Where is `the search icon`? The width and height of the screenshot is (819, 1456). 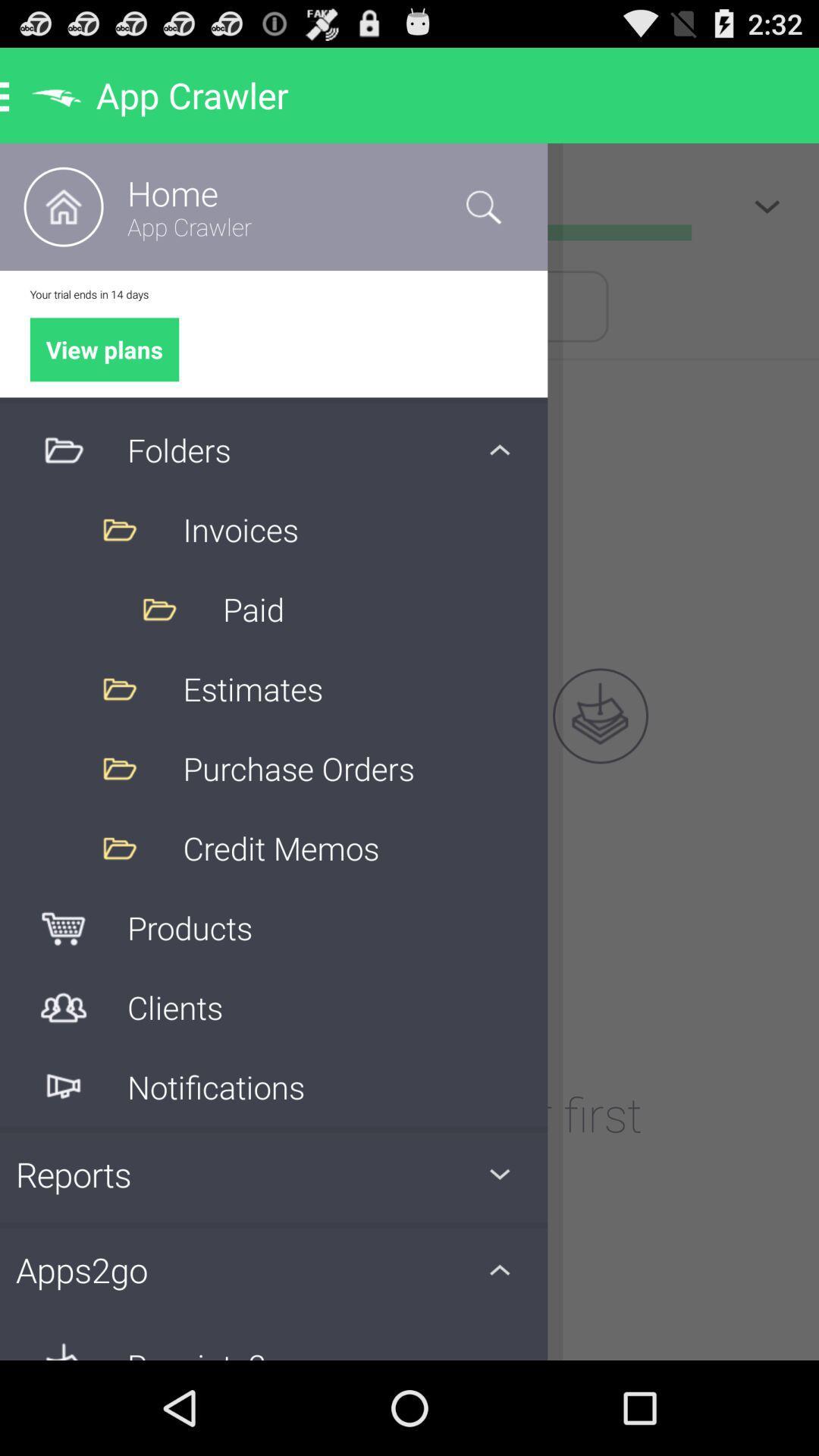 the search icon is located at coordinates (484, 221).